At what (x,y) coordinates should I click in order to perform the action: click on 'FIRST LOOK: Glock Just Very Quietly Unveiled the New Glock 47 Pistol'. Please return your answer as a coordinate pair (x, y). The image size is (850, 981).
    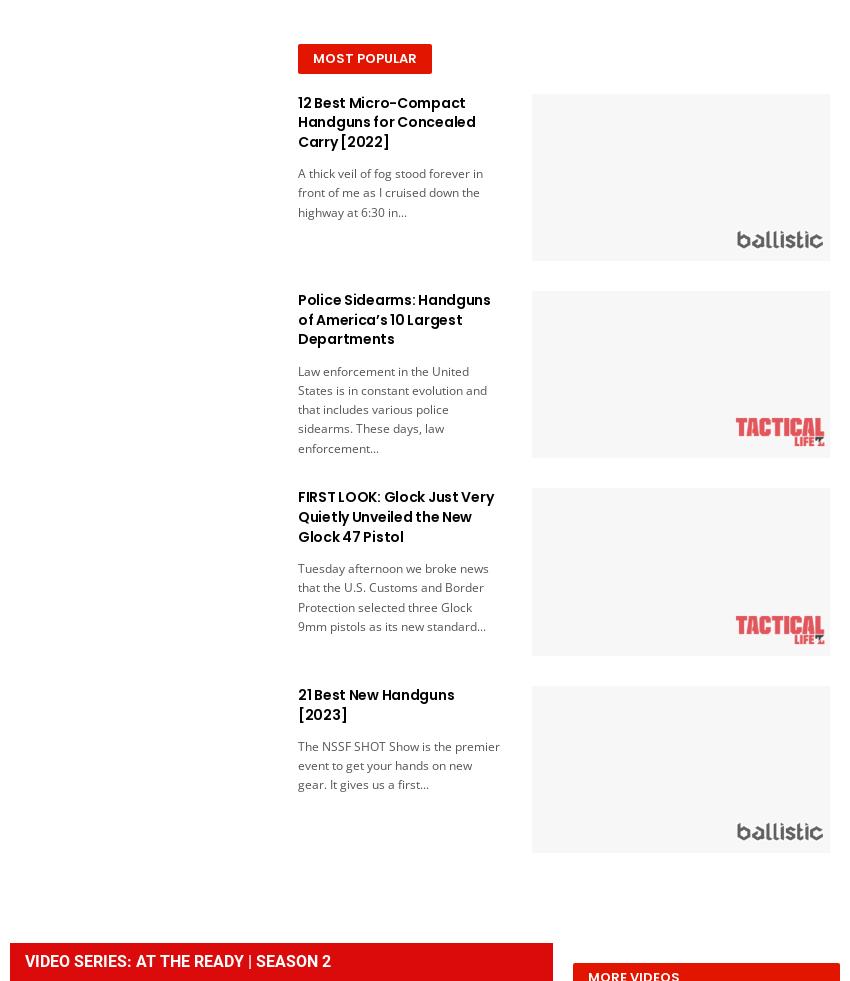
    Looking at the image, I should click on (295, 516).